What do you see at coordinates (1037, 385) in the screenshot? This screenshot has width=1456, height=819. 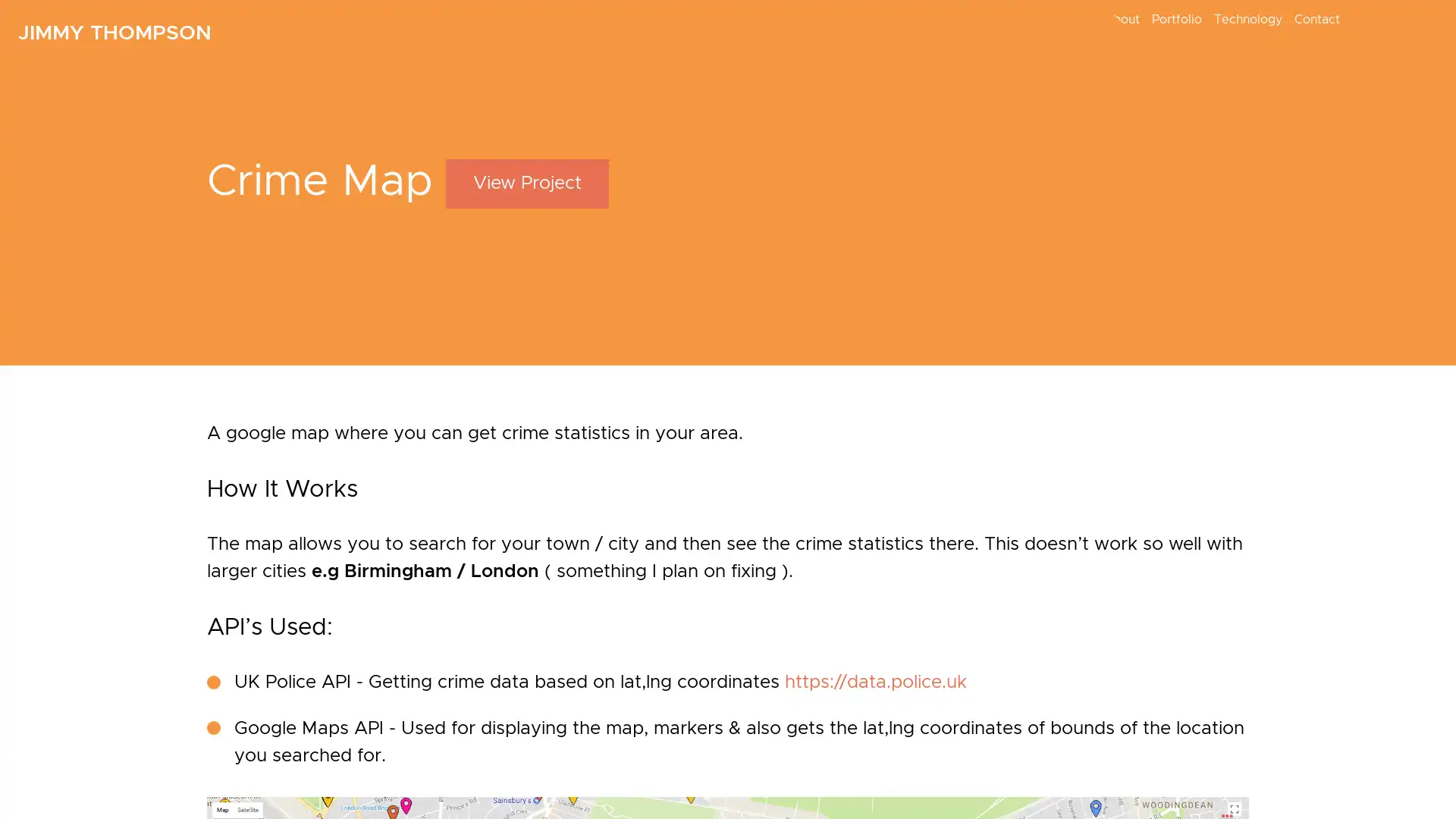 I see `Close` at bounding box center [1037, 385].